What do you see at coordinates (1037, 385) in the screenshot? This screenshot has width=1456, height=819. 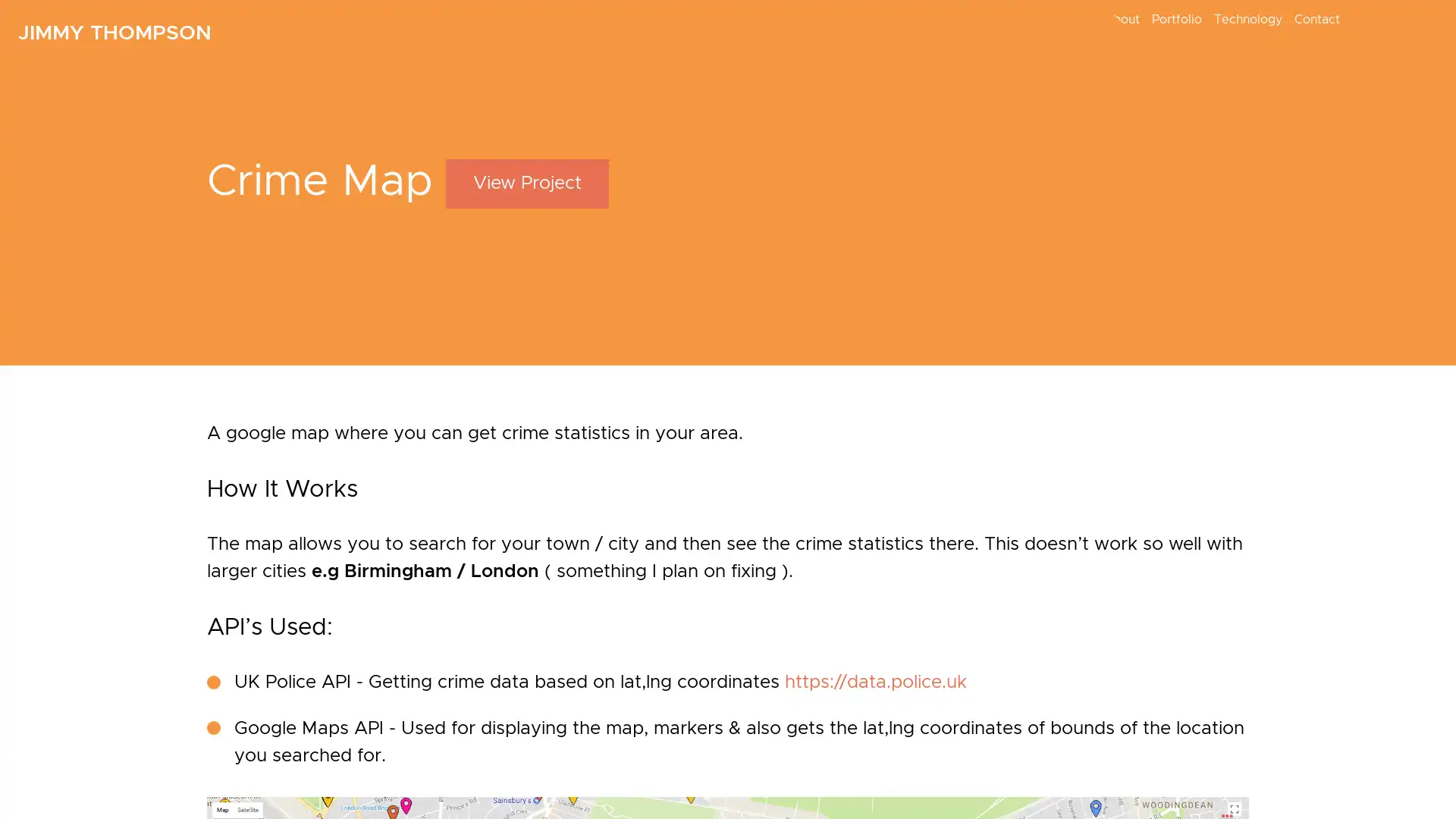 I see `Close` at bounding box center [1037, 385].